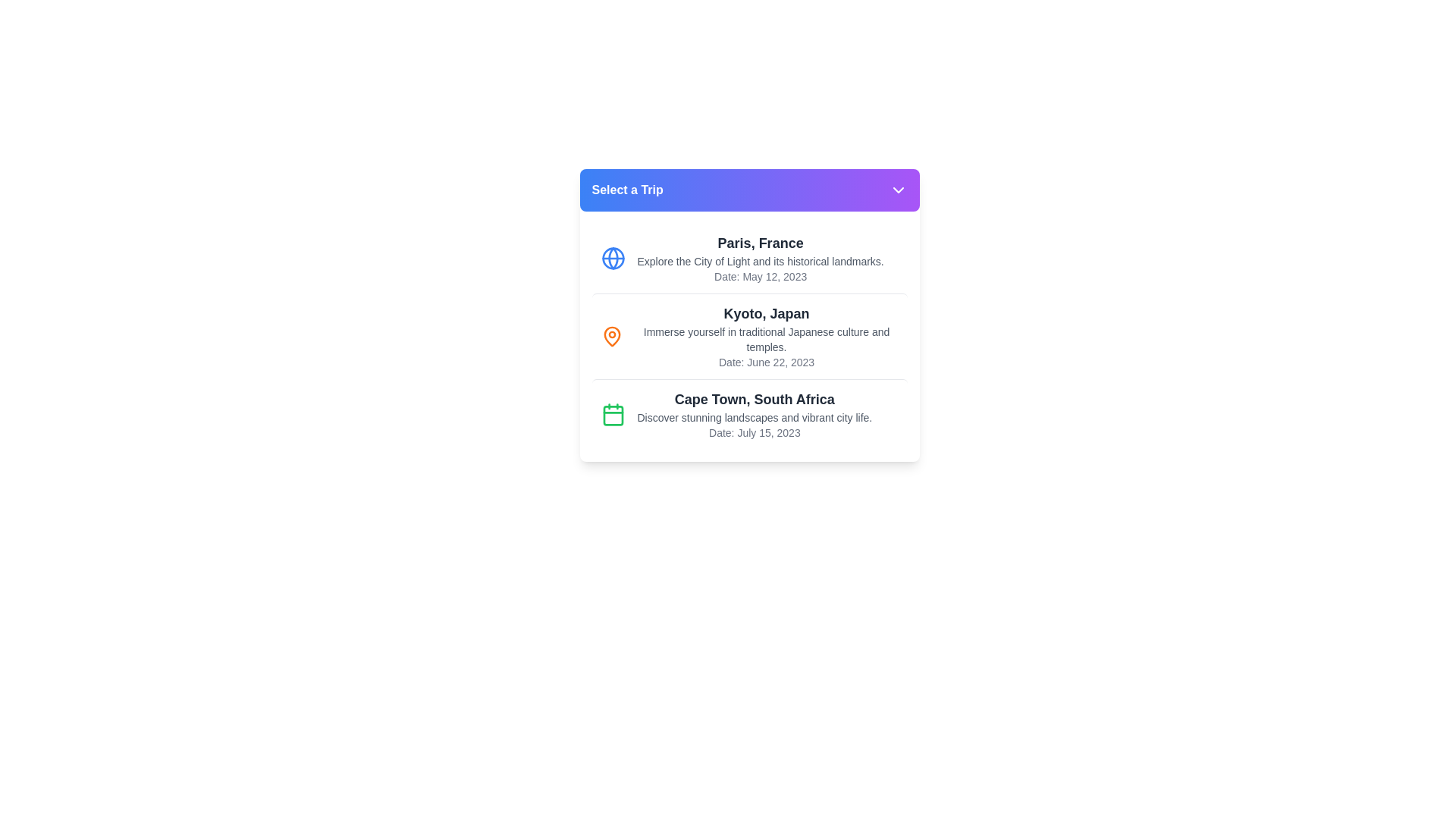 The height and width of the screenshot is (819, 1456). Describe the element at coordinates (611, 335) in the screenshot. I see `the orange map pin icon, which is part of the 'Kyoto, Japan' trip option in the dropdown, positioned to the left of the descriptive text` at that location.